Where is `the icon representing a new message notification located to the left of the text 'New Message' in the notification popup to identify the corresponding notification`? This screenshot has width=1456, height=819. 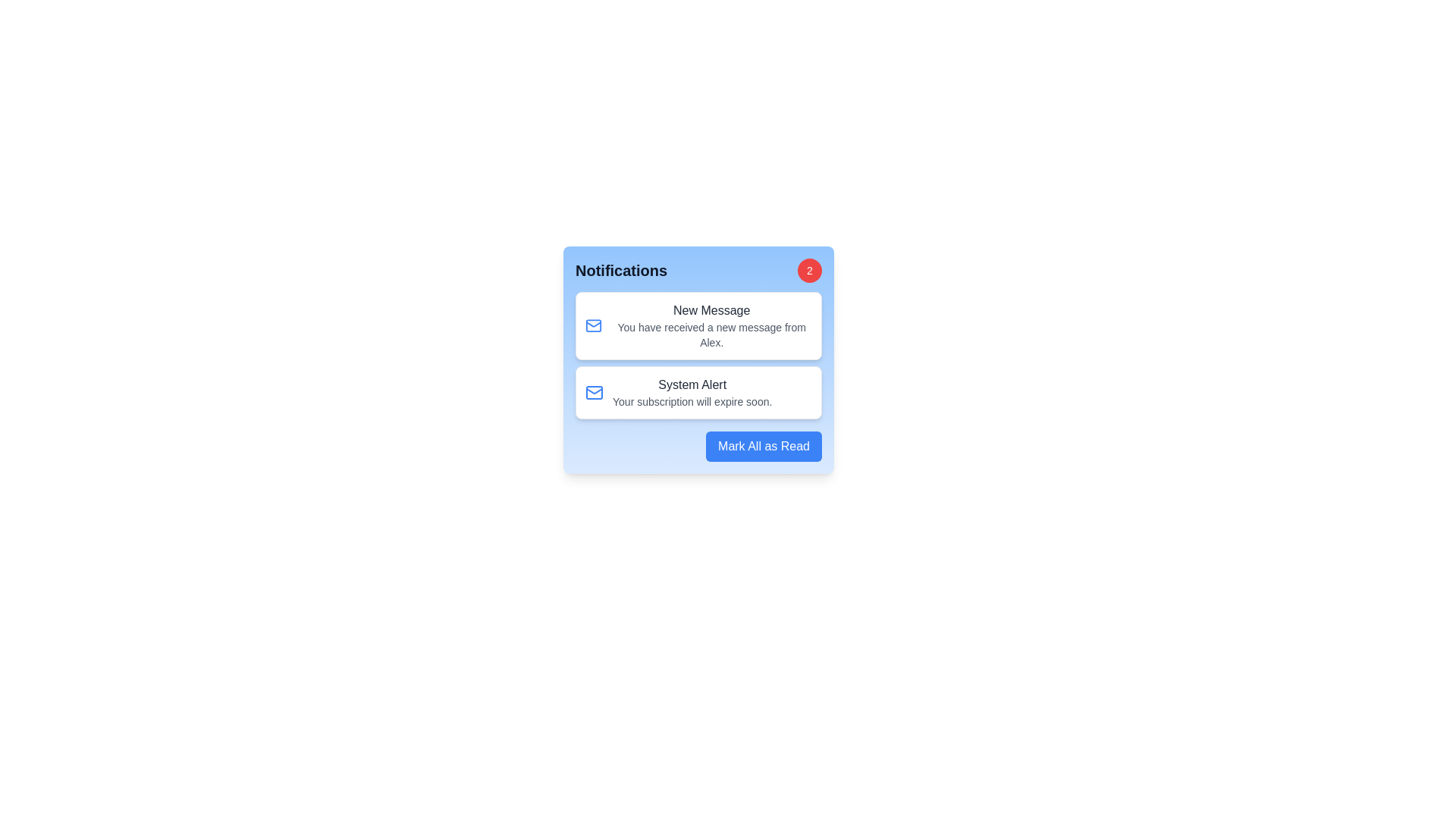
the icon representing a new message notification located to the left of the text 'New Message' in the notification popup to identify the corresponding notification is located at coordinates (593, 325).